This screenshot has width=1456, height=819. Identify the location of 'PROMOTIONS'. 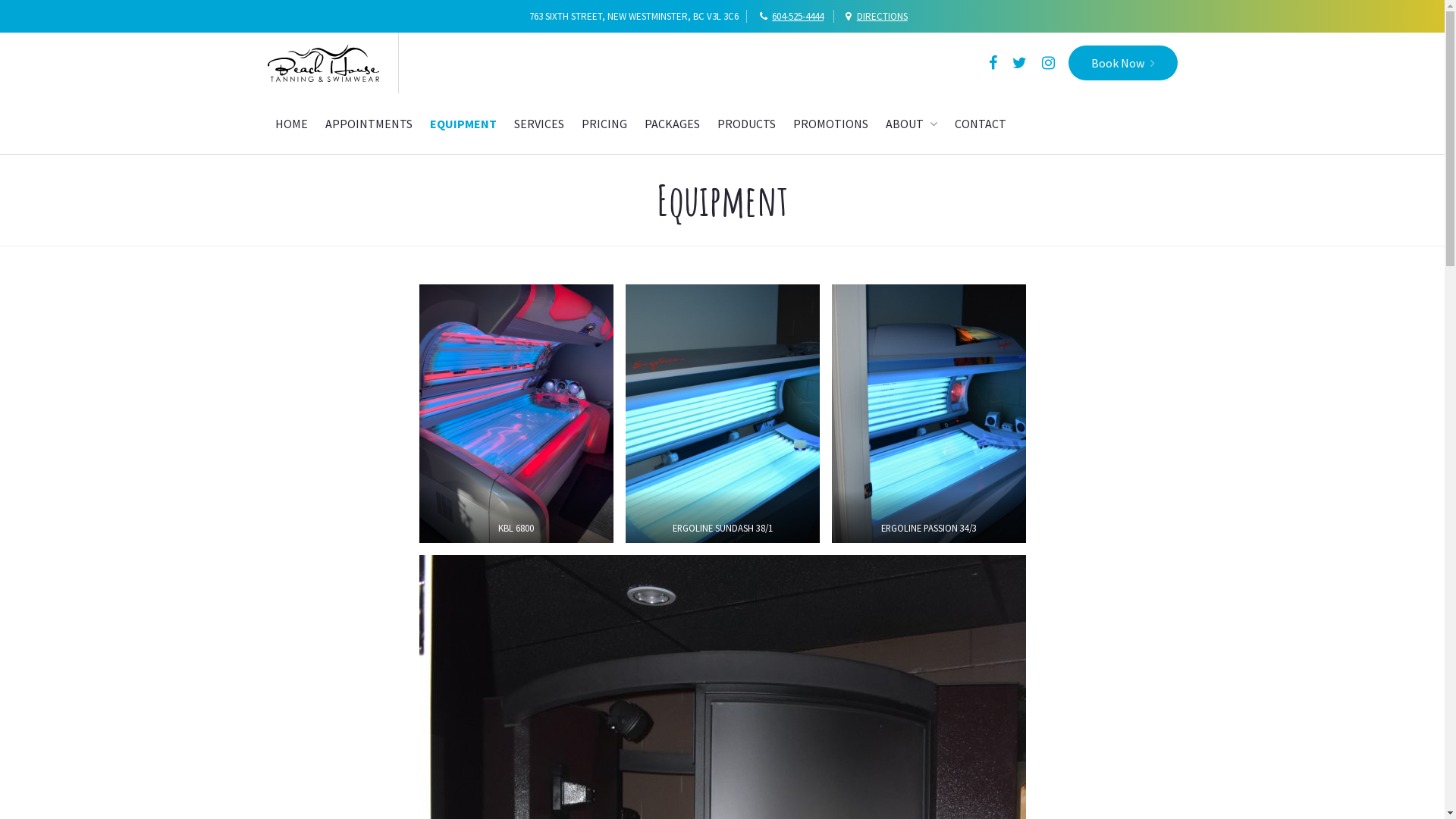
(830, 122).